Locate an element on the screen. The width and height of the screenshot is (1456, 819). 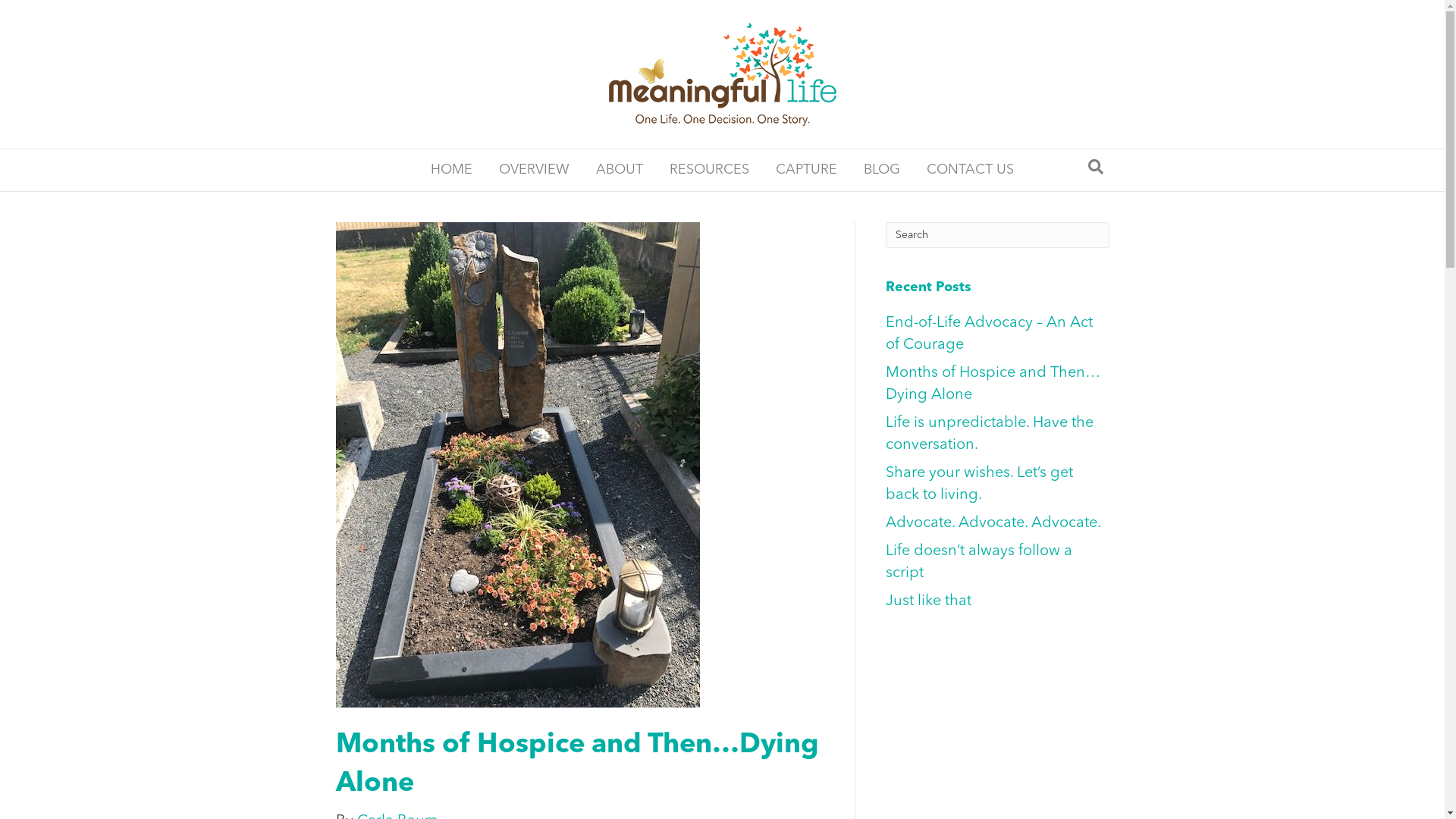
'OVERVIEW' is located at coordinates (534, 170).